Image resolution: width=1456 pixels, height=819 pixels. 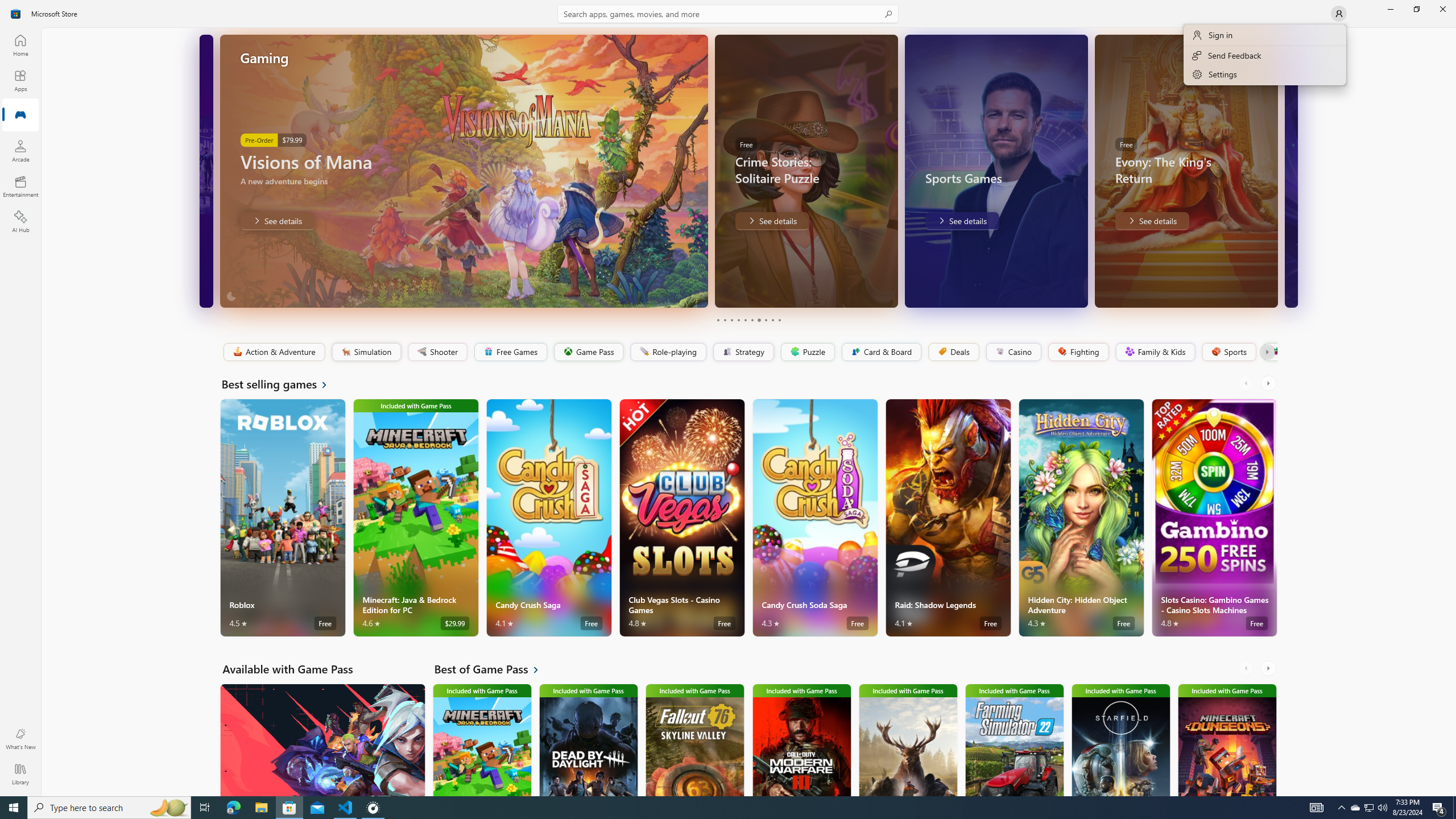 I want to click on 'See all  Best of Game Pass', so click(x=493, y=668).